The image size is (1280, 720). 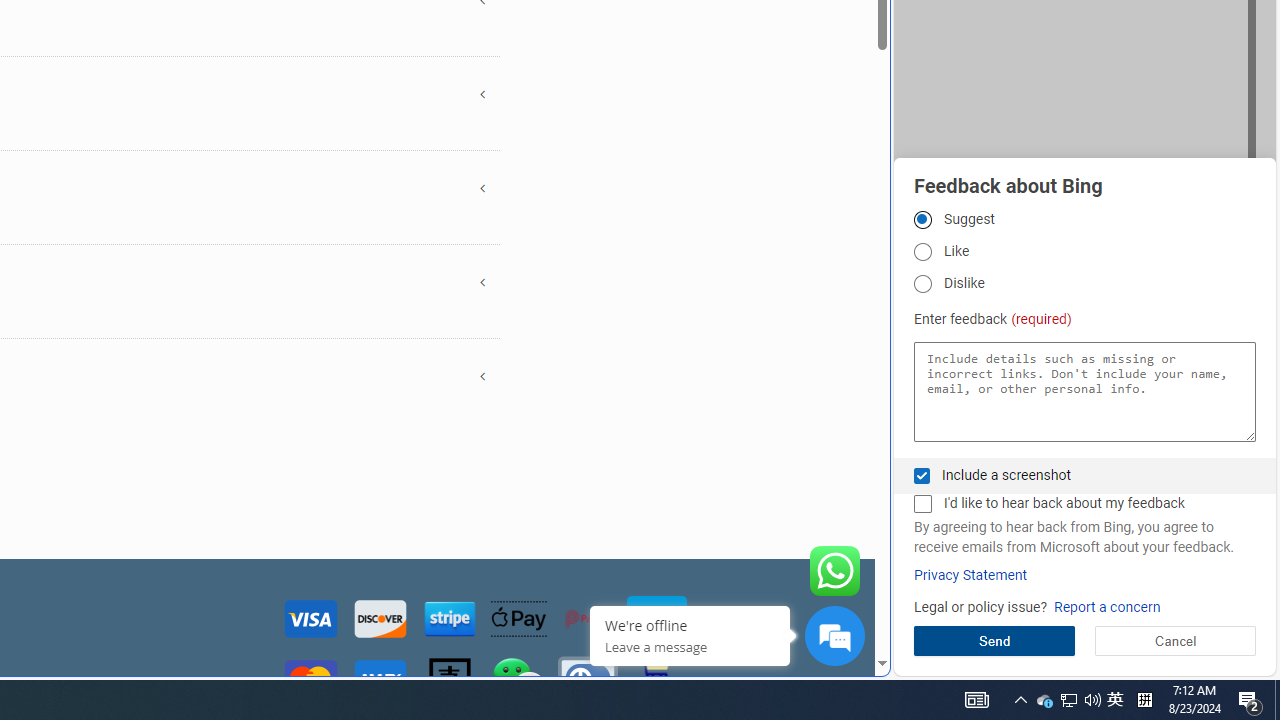 I want to click on 'Suggest', so click(x=921, y=219).